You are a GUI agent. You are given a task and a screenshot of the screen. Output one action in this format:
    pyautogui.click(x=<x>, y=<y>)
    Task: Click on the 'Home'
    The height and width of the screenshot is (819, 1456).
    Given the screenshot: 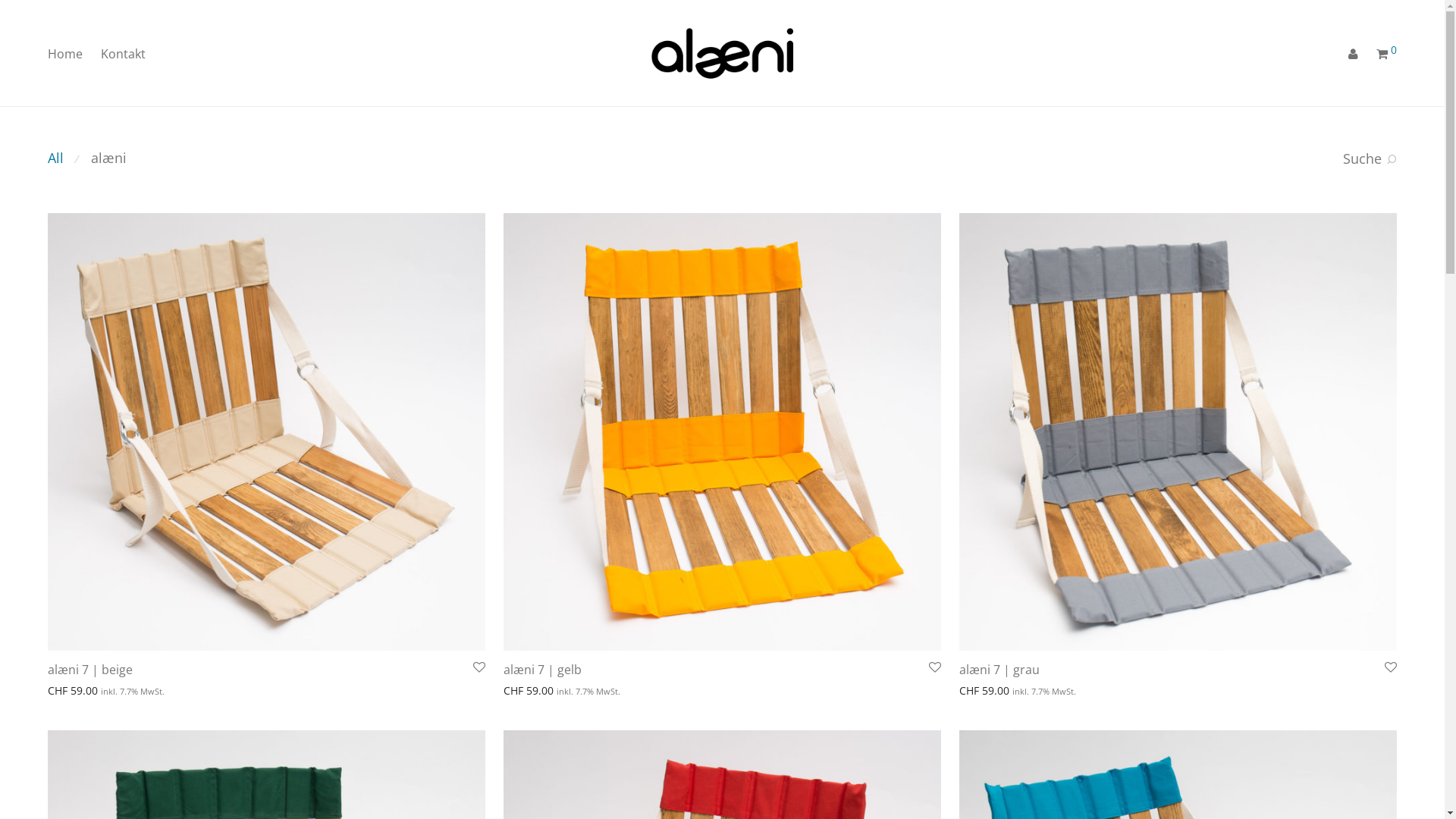 What is the action you would take?
    pyautogui.click(x=64, y=52)
    